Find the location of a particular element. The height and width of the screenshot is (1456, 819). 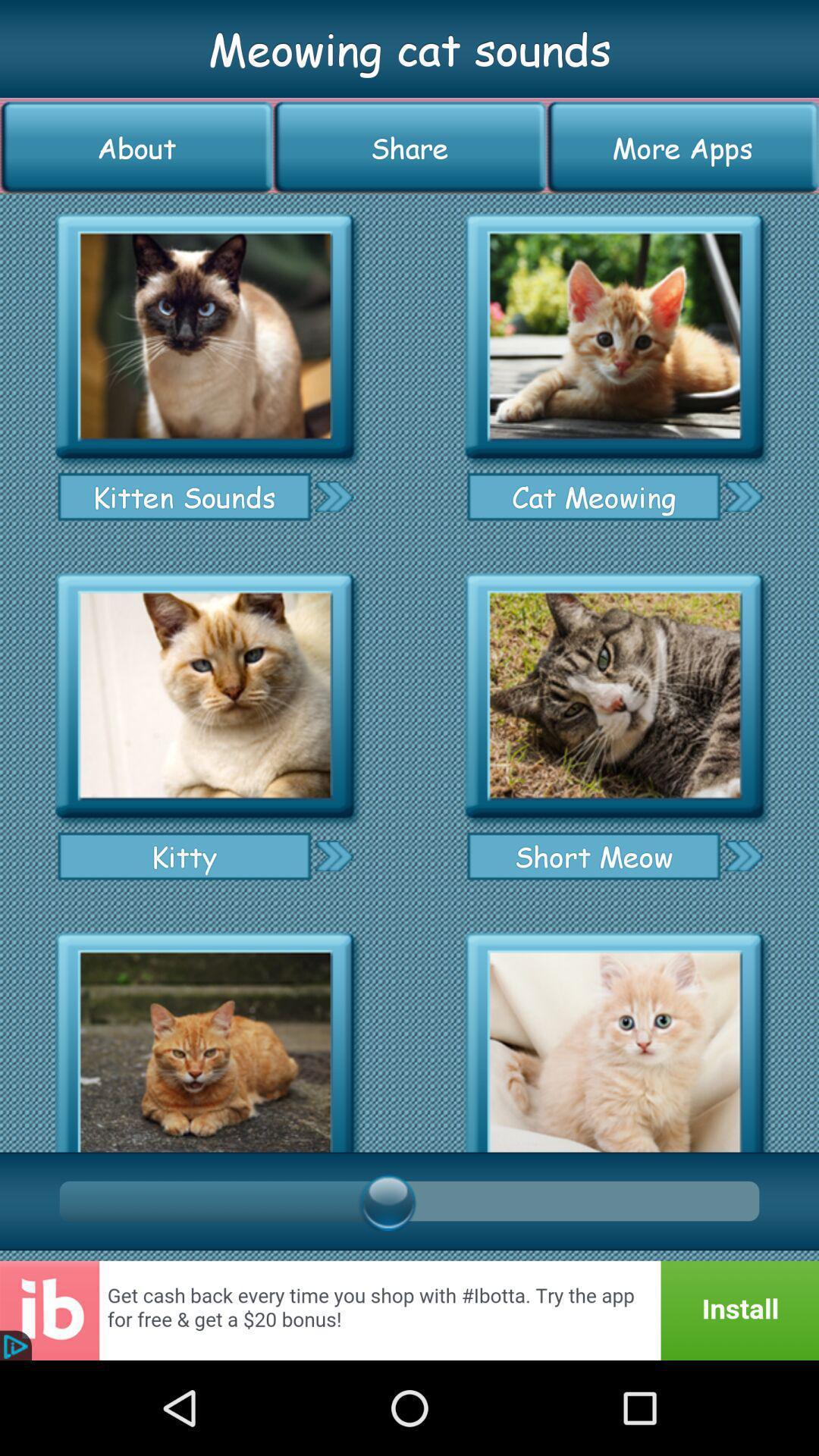

more apps item is located at coordinates (682, 147).